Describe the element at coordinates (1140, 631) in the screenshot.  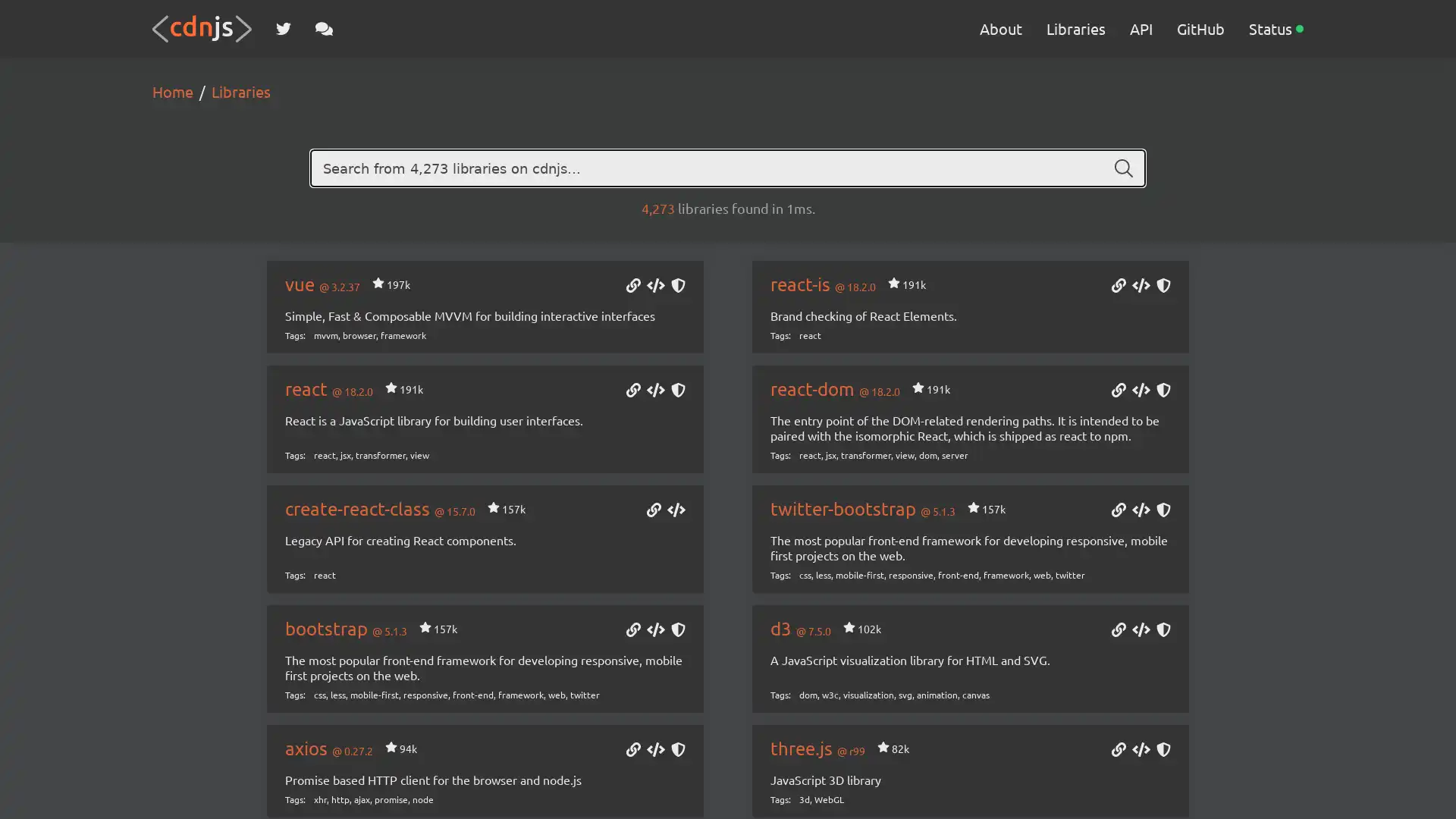
I see `Copy Script Tag` at that location.